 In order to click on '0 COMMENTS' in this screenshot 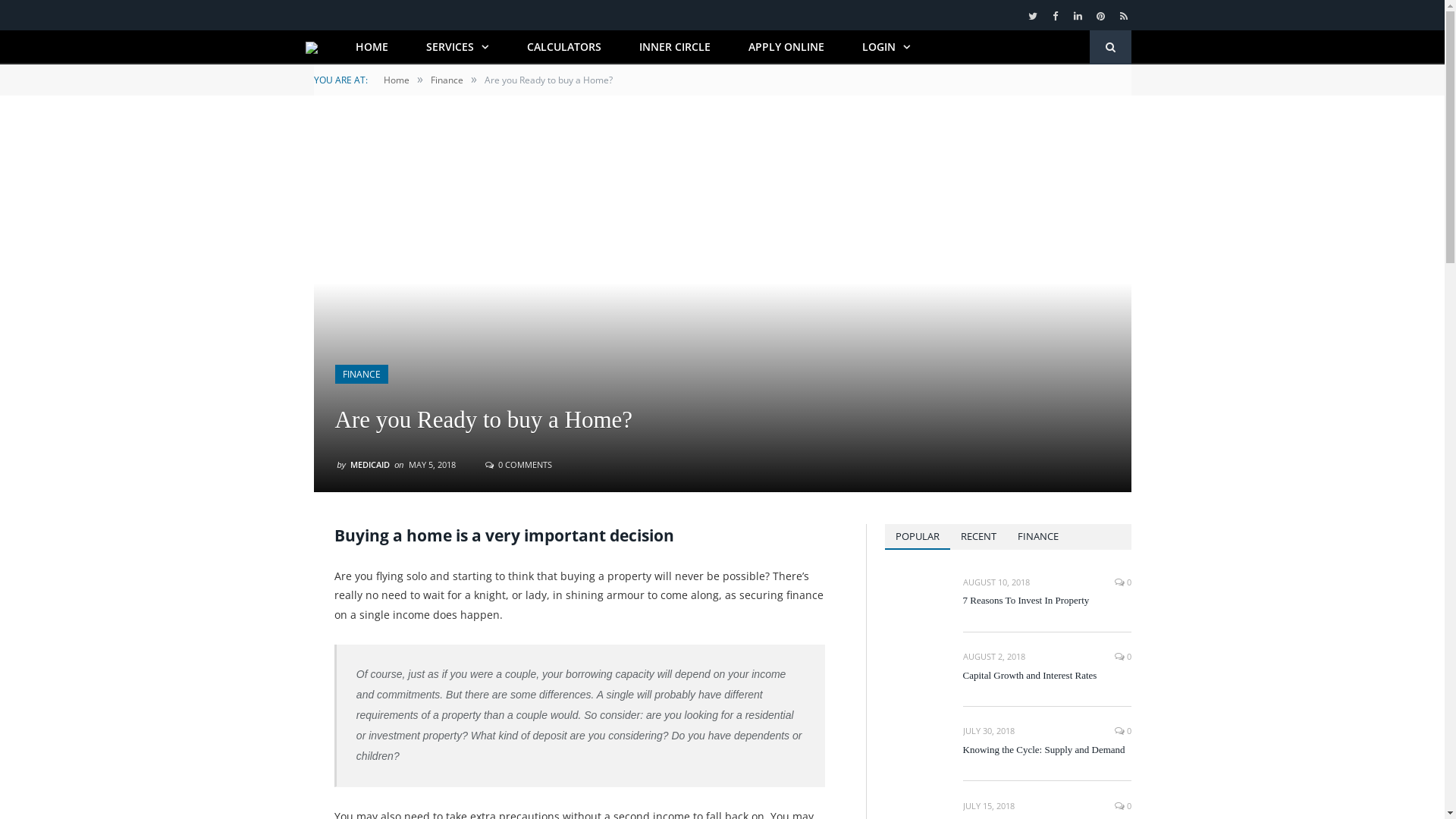, I will do `click(519, 463)`.